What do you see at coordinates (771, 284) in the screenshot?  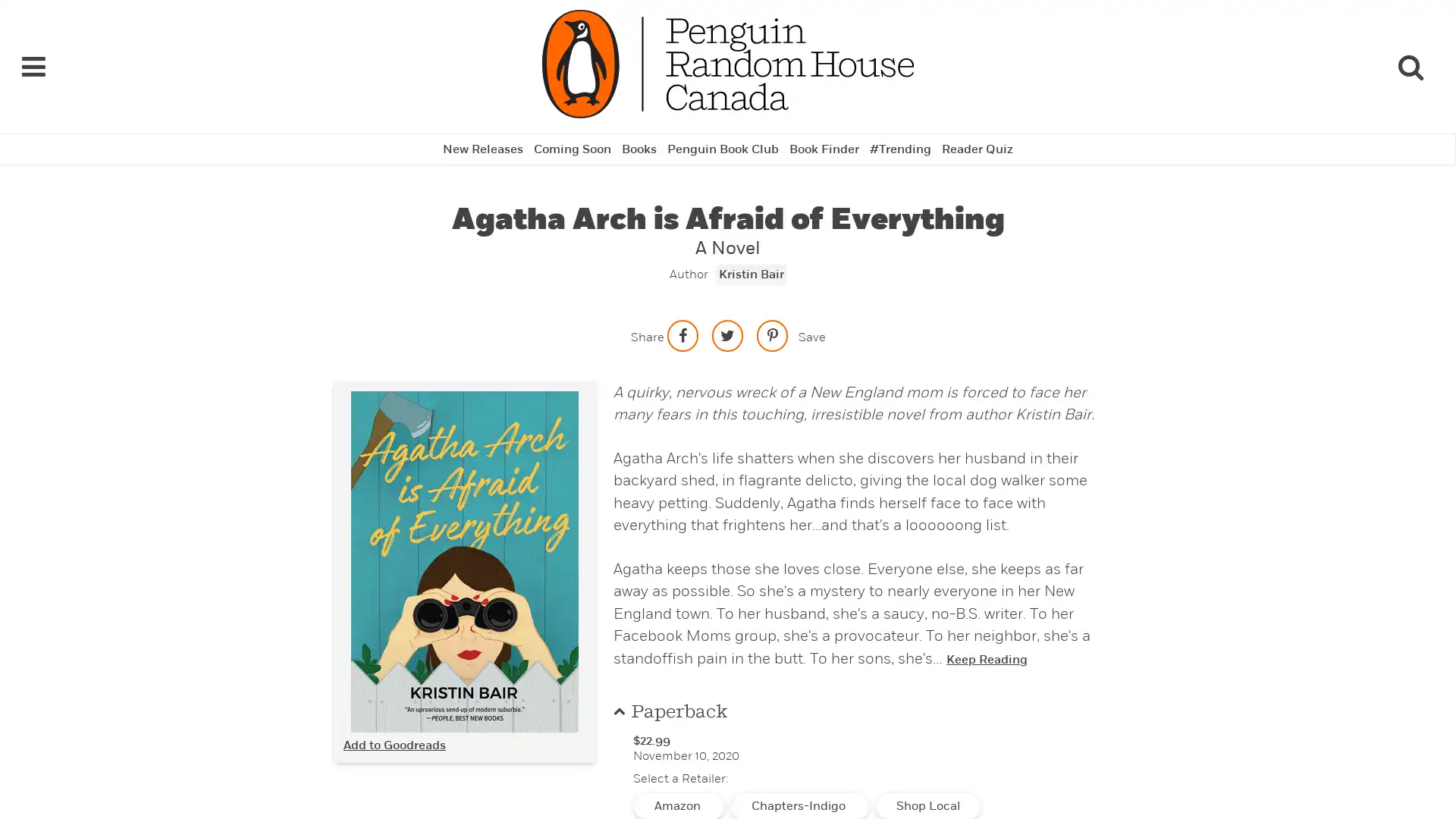 I see `Save to Pinterest` at bounding box center [771, 284].